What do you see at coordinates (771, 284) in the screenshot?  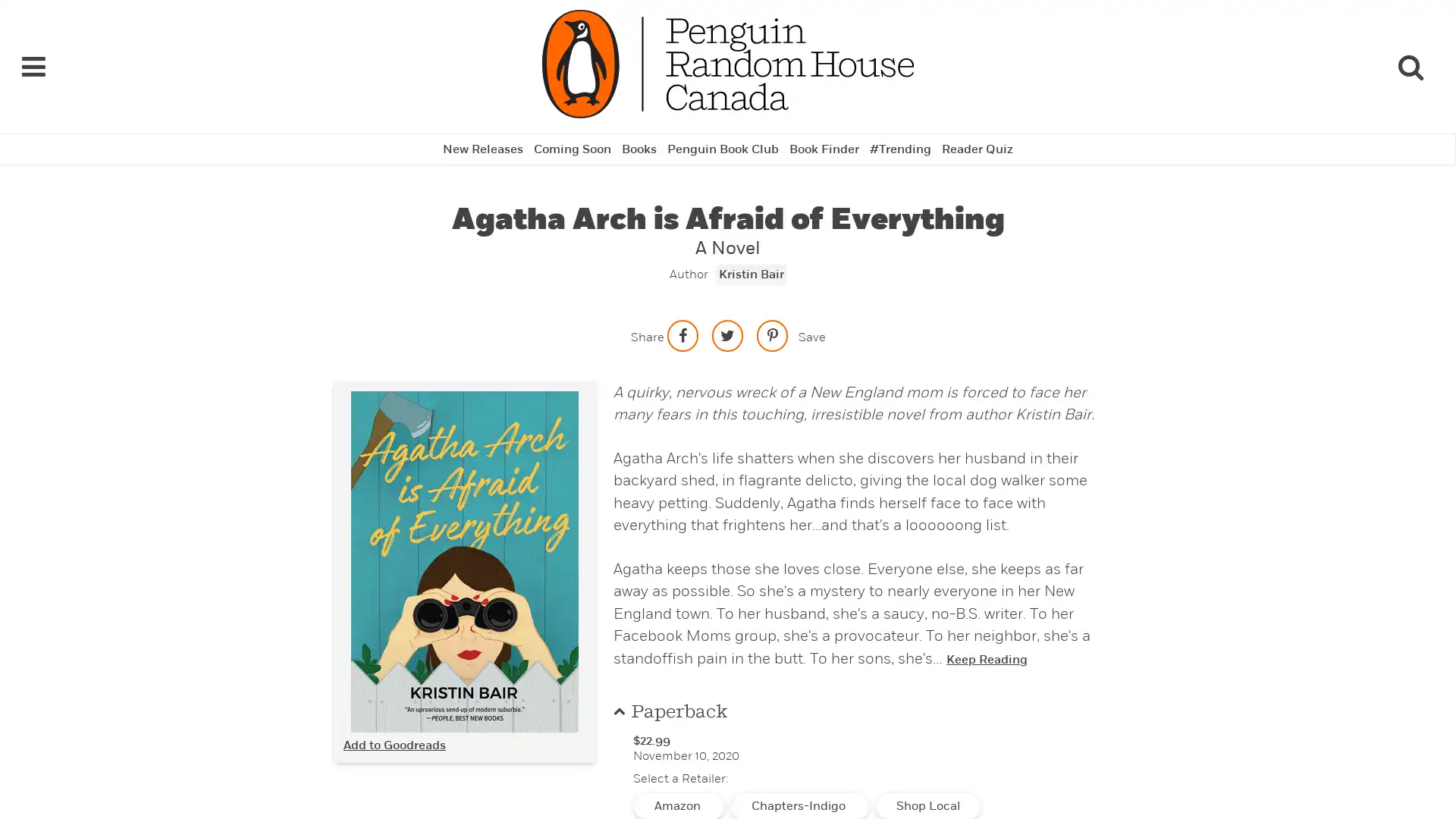 I see `Save to Pinterest` at bounding box center [771, 284].